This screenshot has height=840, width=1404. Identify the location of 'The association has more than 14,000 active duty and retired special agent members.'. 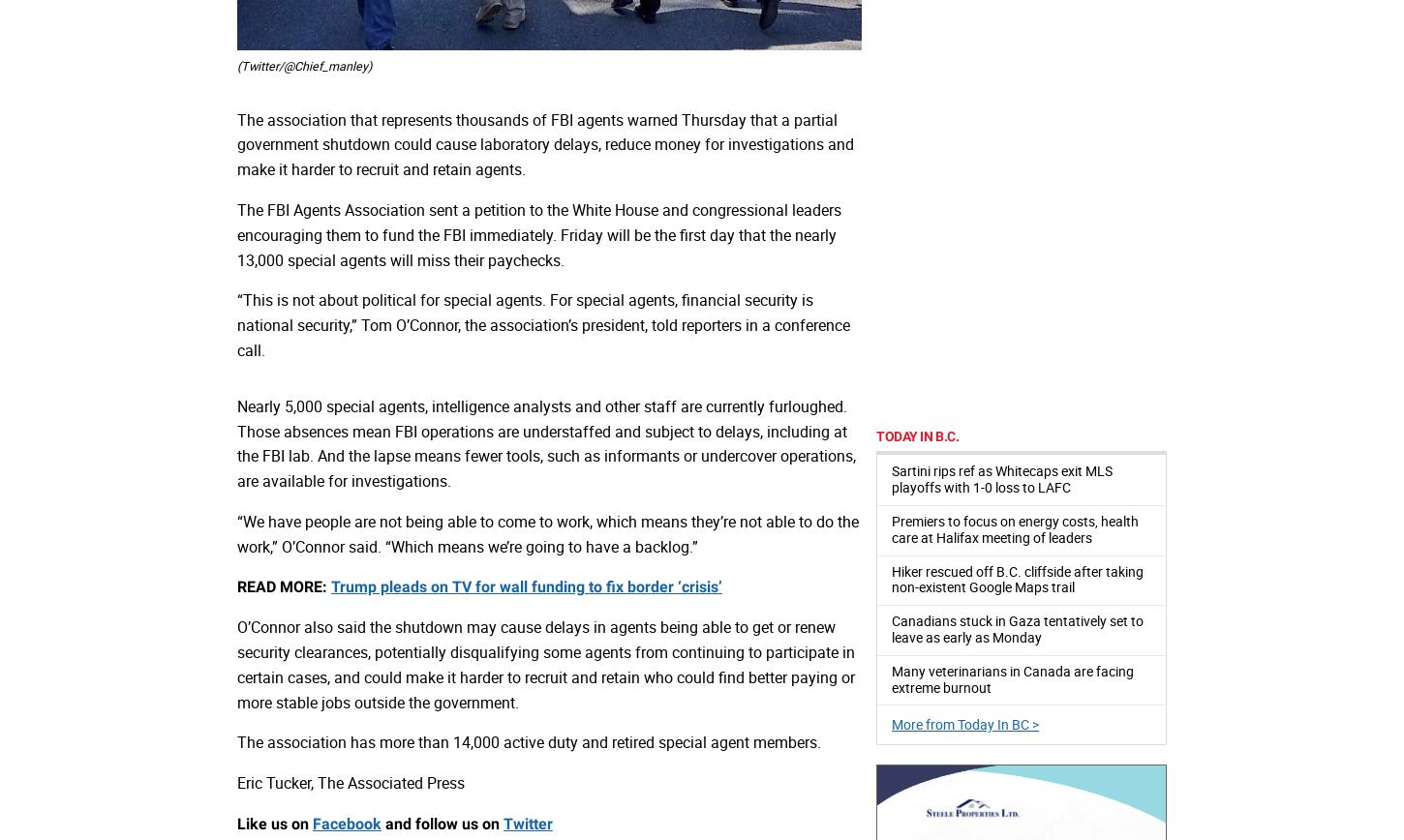
(529, 741).